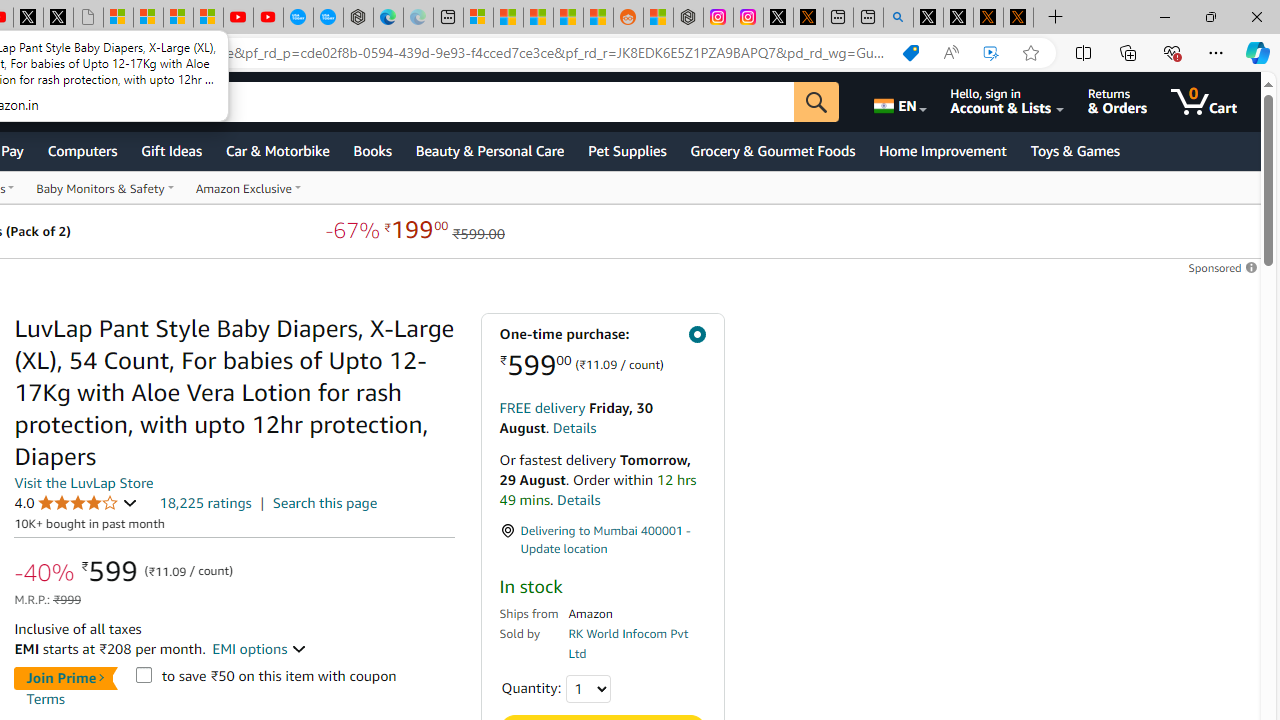  I want to click on 'github - Search', so click(897, 17).